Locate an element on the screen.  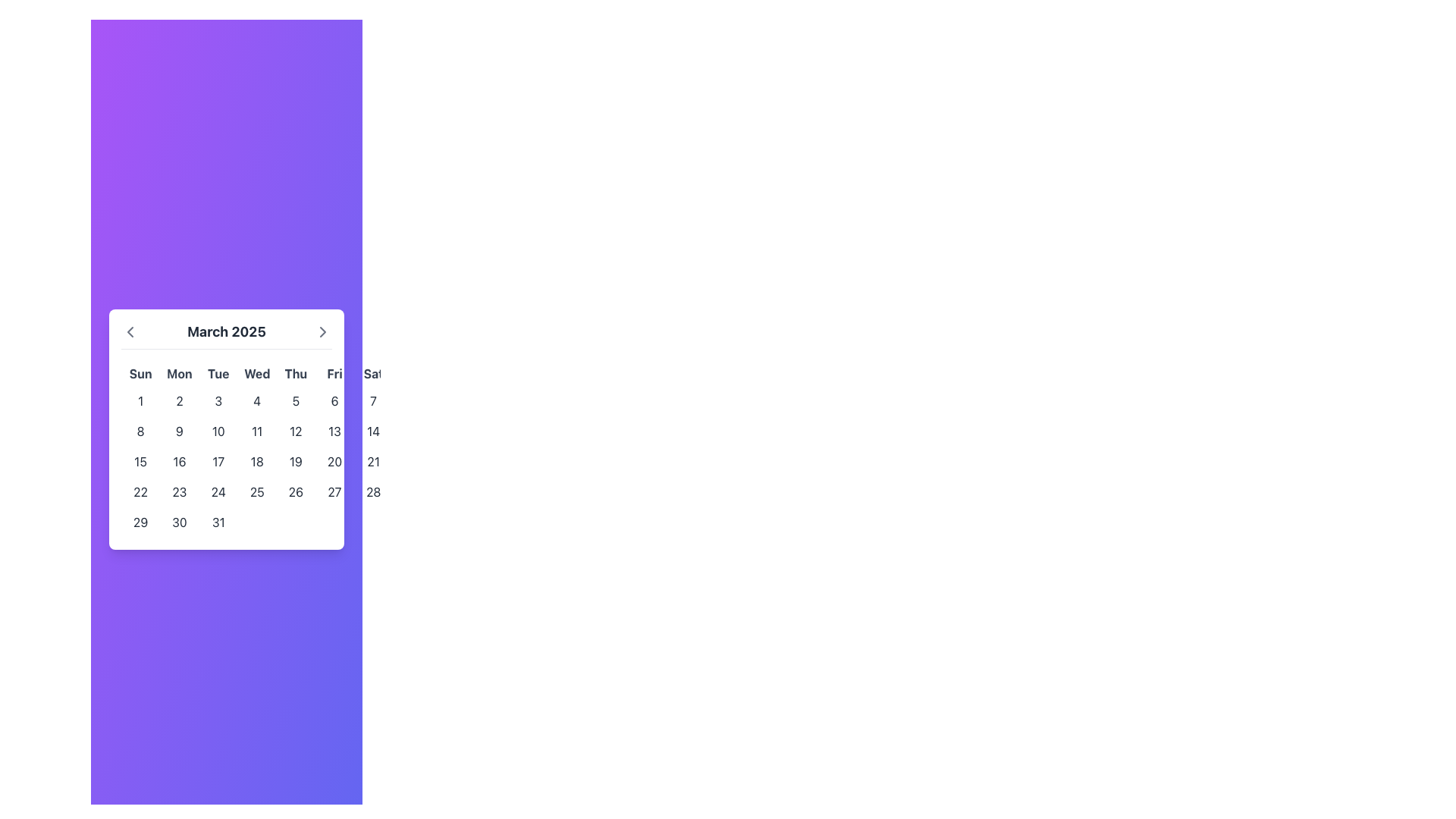
the rightmost button in the calendar header is located at coordinates (322, 331).